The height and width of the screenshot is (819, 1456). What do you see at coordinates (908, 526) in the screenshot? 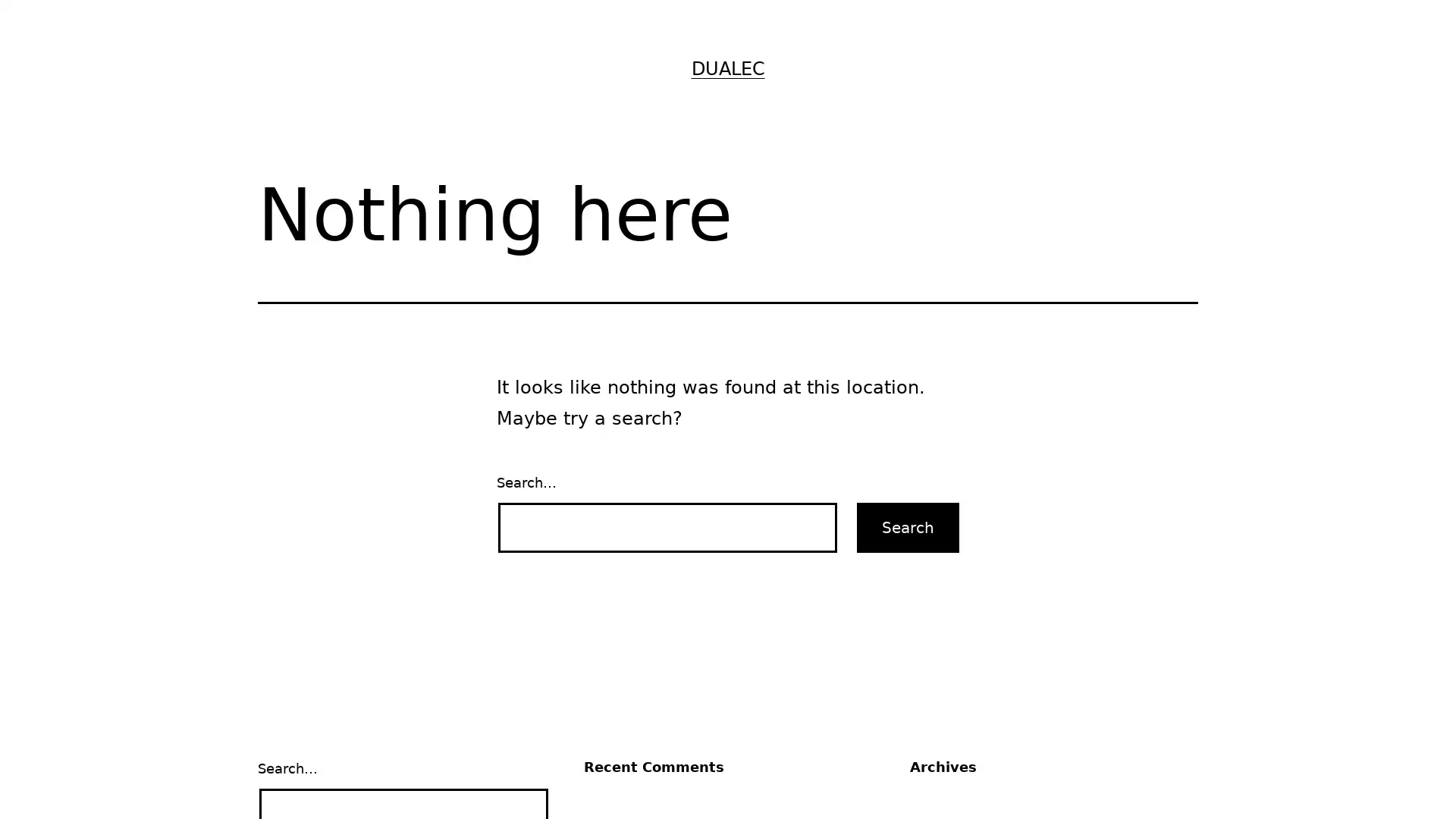
I see `Search` at bounding box center [908, 526].